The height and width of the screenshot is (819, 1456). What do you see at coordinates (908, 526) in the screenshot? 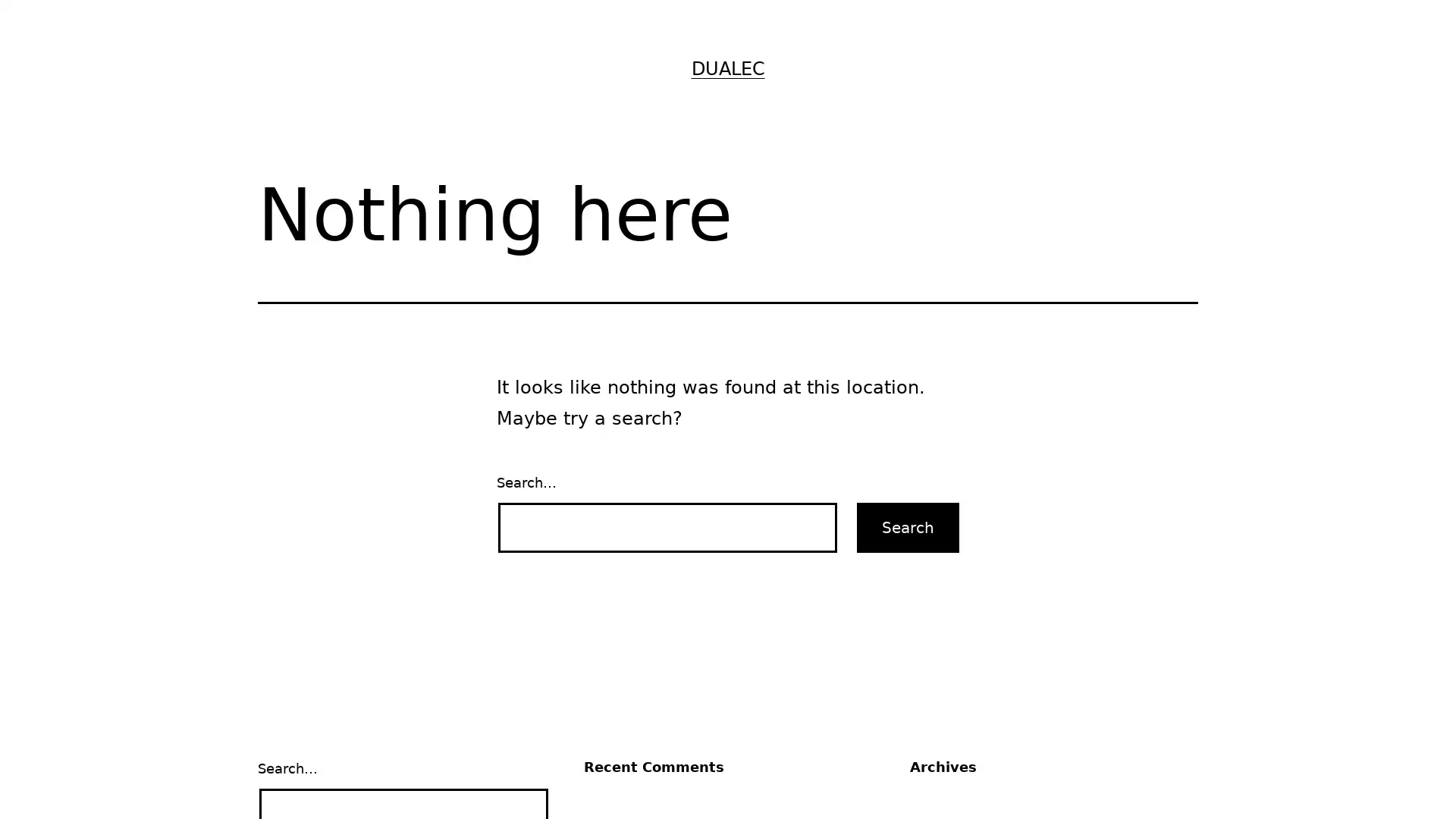
I see `Search` at bounding box center [908, 526].